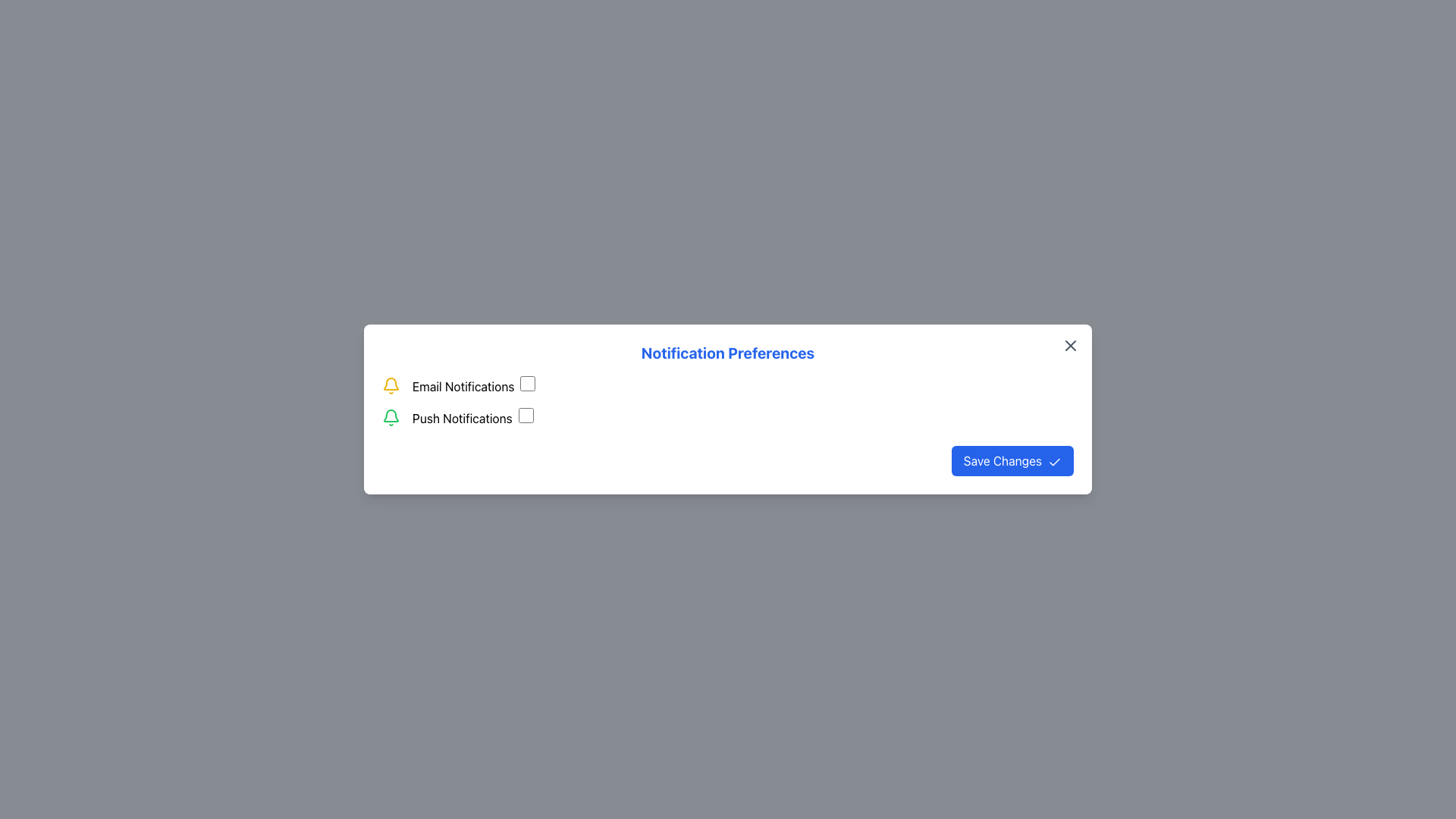 The width and height of the screenshot is (1456, 819). What do you see at coordinates (461, 418) in the screenshot?
I see `the 'Push Notifications' text label which is bold and located below 'Email Notifications', next to a green bell icon and a checkbox` at bounding box center [461, 418].